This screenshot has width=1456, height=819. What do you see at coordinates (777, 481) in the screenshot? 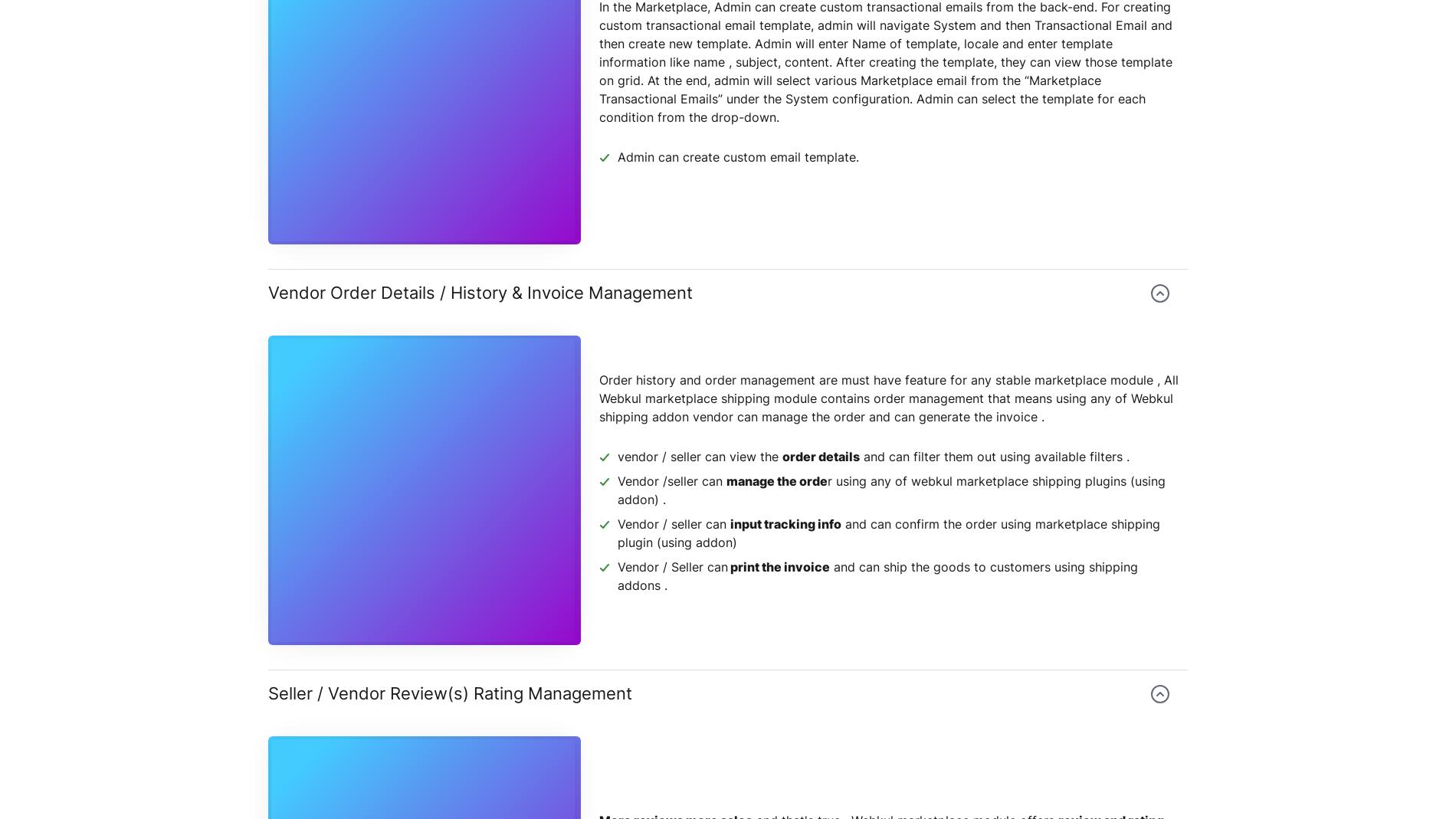
I see `'manage the orde'` at bounding box center [777, 481].